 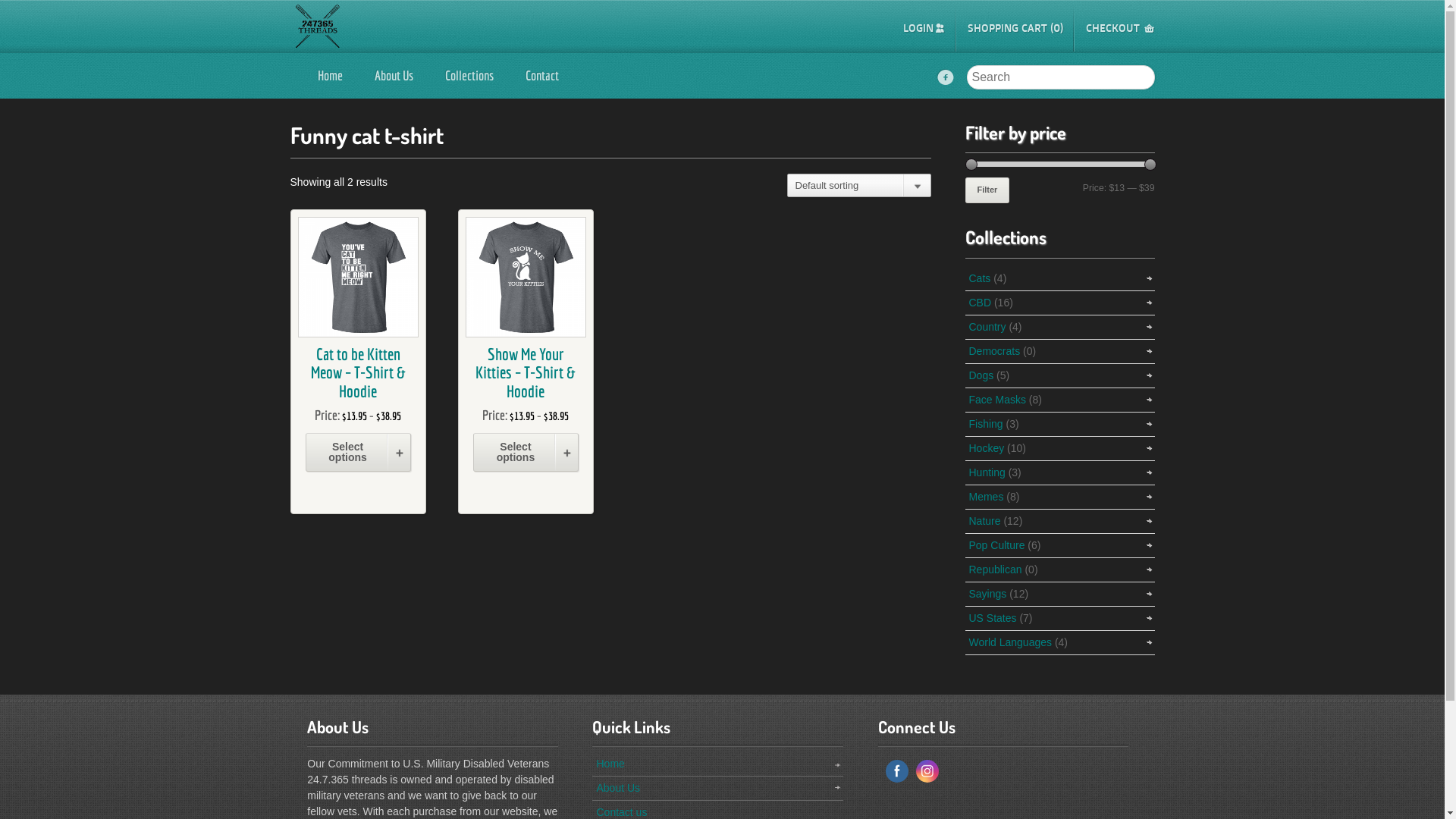 I want to click on 'Sayings', so click(x=987, y=593).